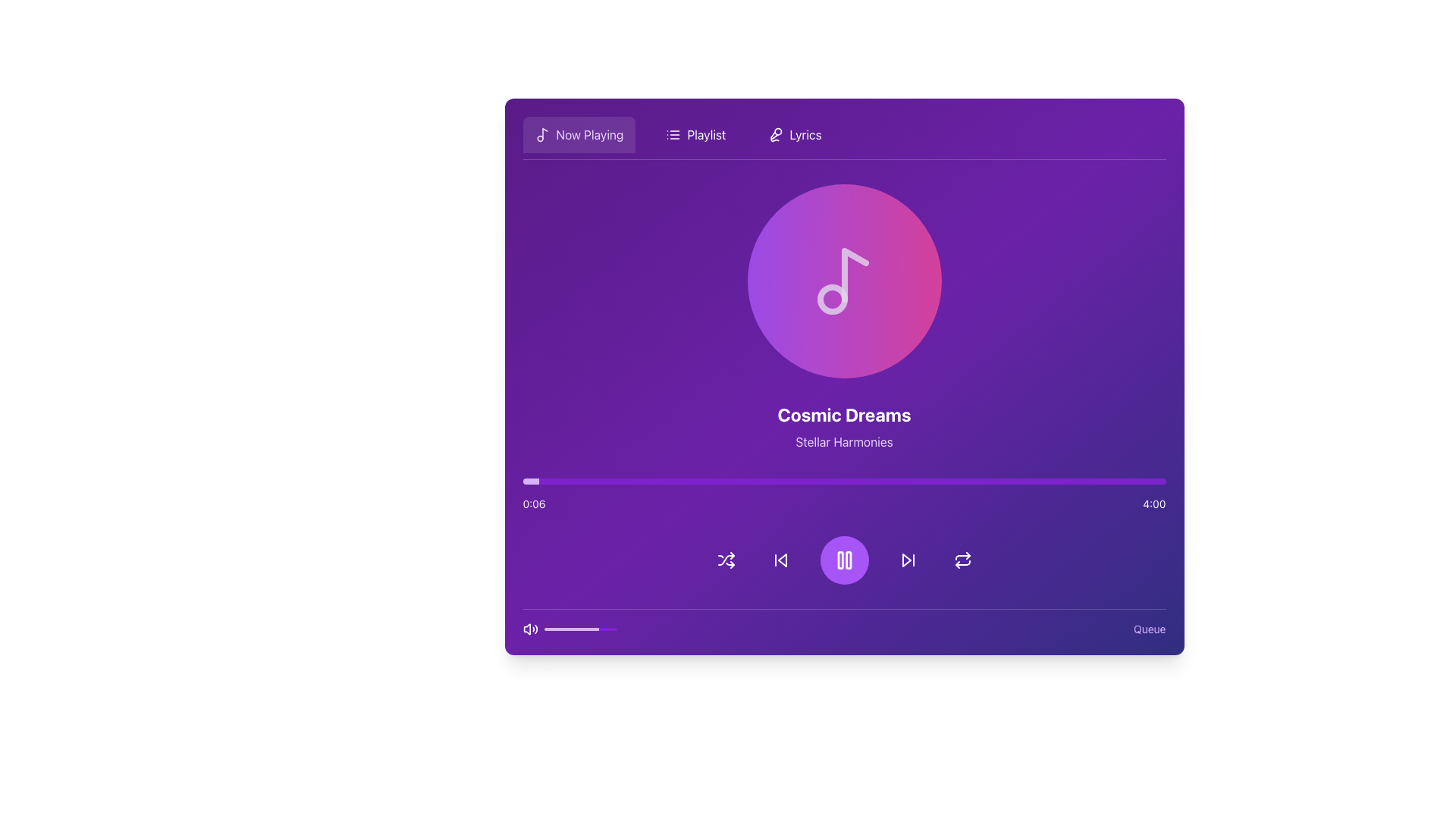 This screenshot has height=819, width=1456. What do you see at coordinates (843, 427) in the screenshot?
I see `the text block displaying the current playing track's title 'Cosmic Dreams' and subtitle 'Stellar Harmonies', located centrally beneath a circular icon and above a progress bar` at bounding box center [843, 427].